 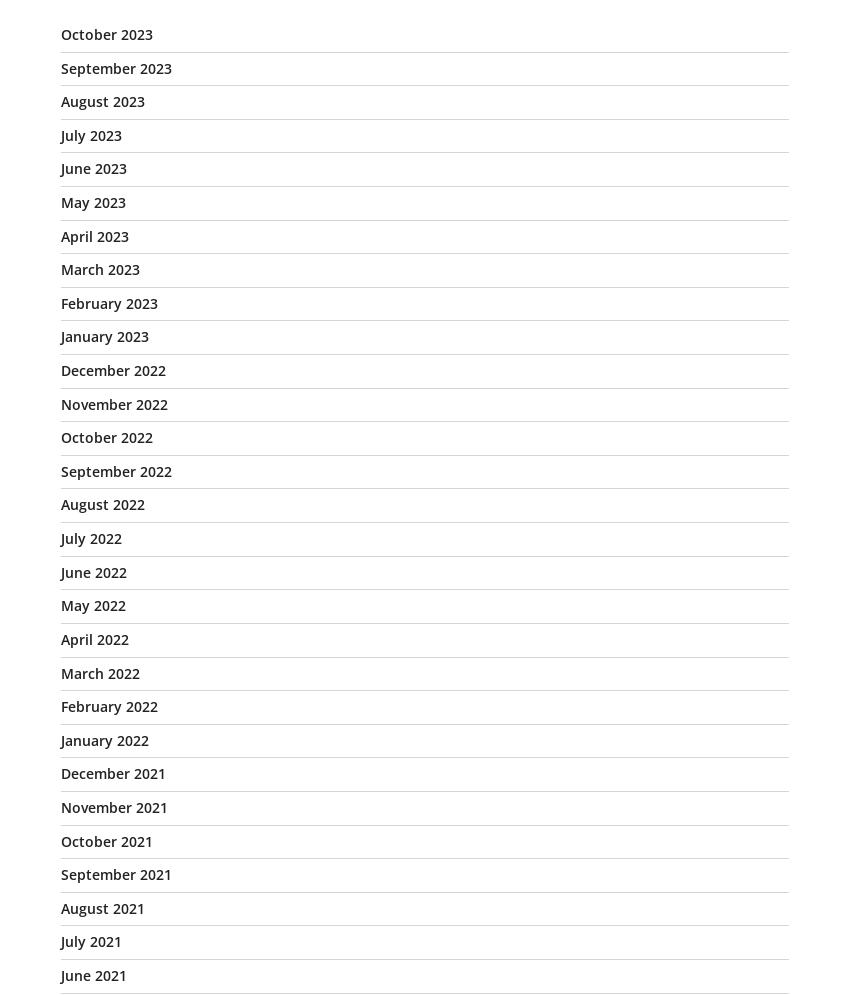 I want to click on 'December 2021', so click(x=112, y=773).